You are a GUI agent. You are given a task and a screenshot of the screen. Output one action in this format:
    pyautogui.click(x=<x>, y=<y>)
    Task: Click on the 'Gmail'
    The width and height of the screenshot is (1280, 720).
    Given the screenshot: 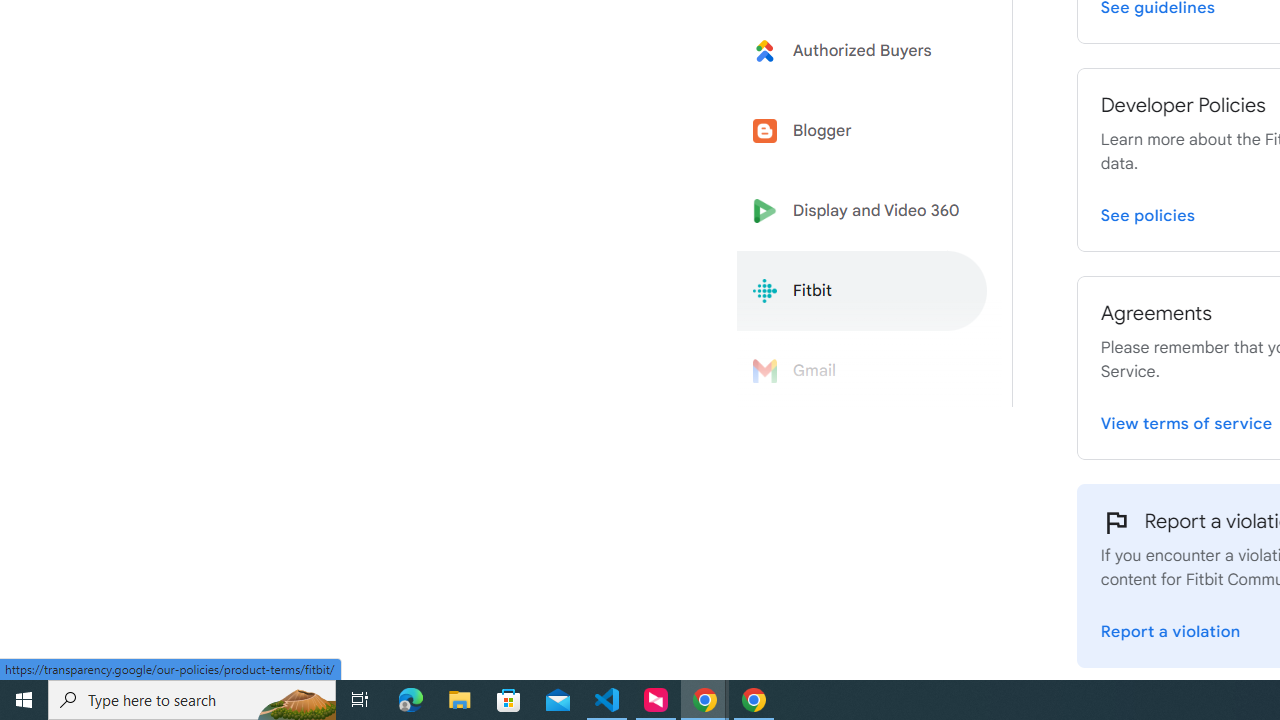 What is the action you would take?
    pyautogui.click(x=862, y=371)
    